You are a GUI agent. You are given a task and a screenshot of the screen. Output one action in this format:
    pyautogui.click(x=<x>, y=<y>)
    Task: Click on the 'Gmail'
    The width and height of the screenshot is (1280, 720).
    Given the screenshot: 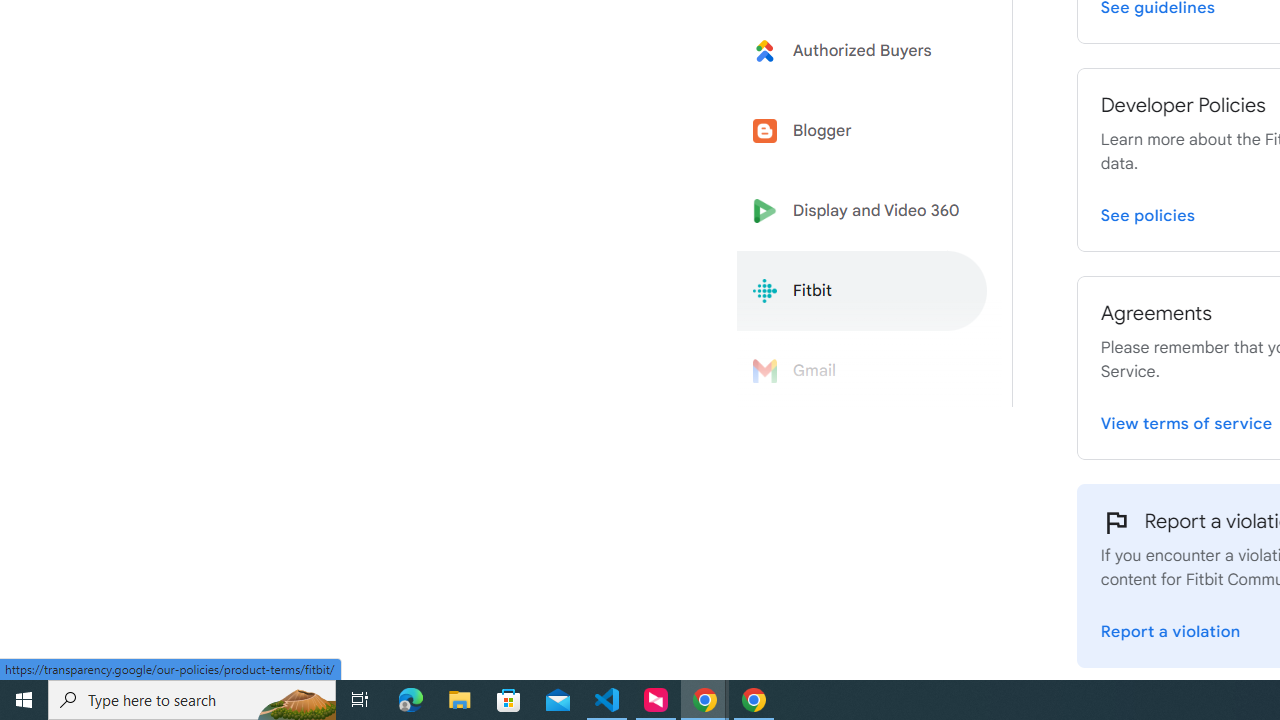 What is the action you would take?
    pyautogui.click(x=862, y=371)
    